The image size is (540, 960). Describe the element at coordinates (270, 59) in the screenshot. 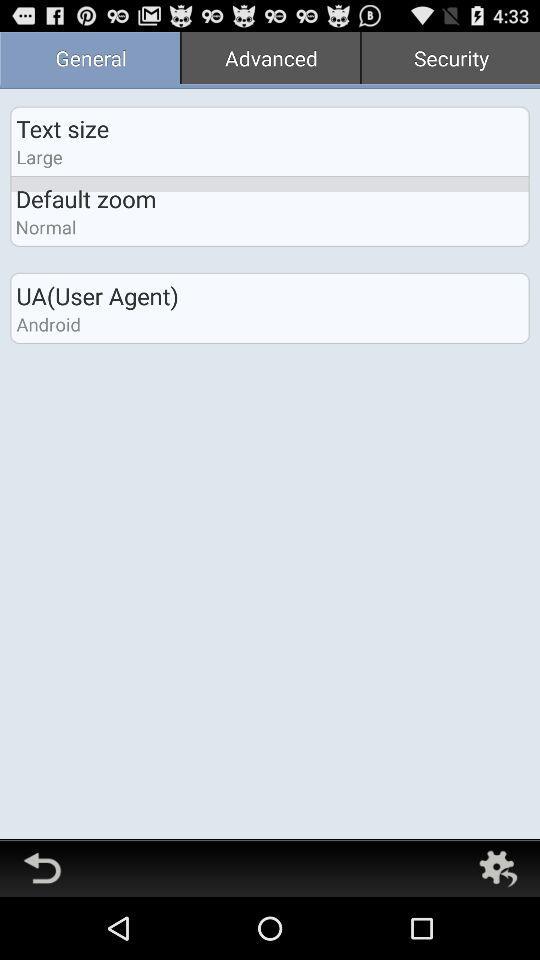

I see `the item at the top` at that location.